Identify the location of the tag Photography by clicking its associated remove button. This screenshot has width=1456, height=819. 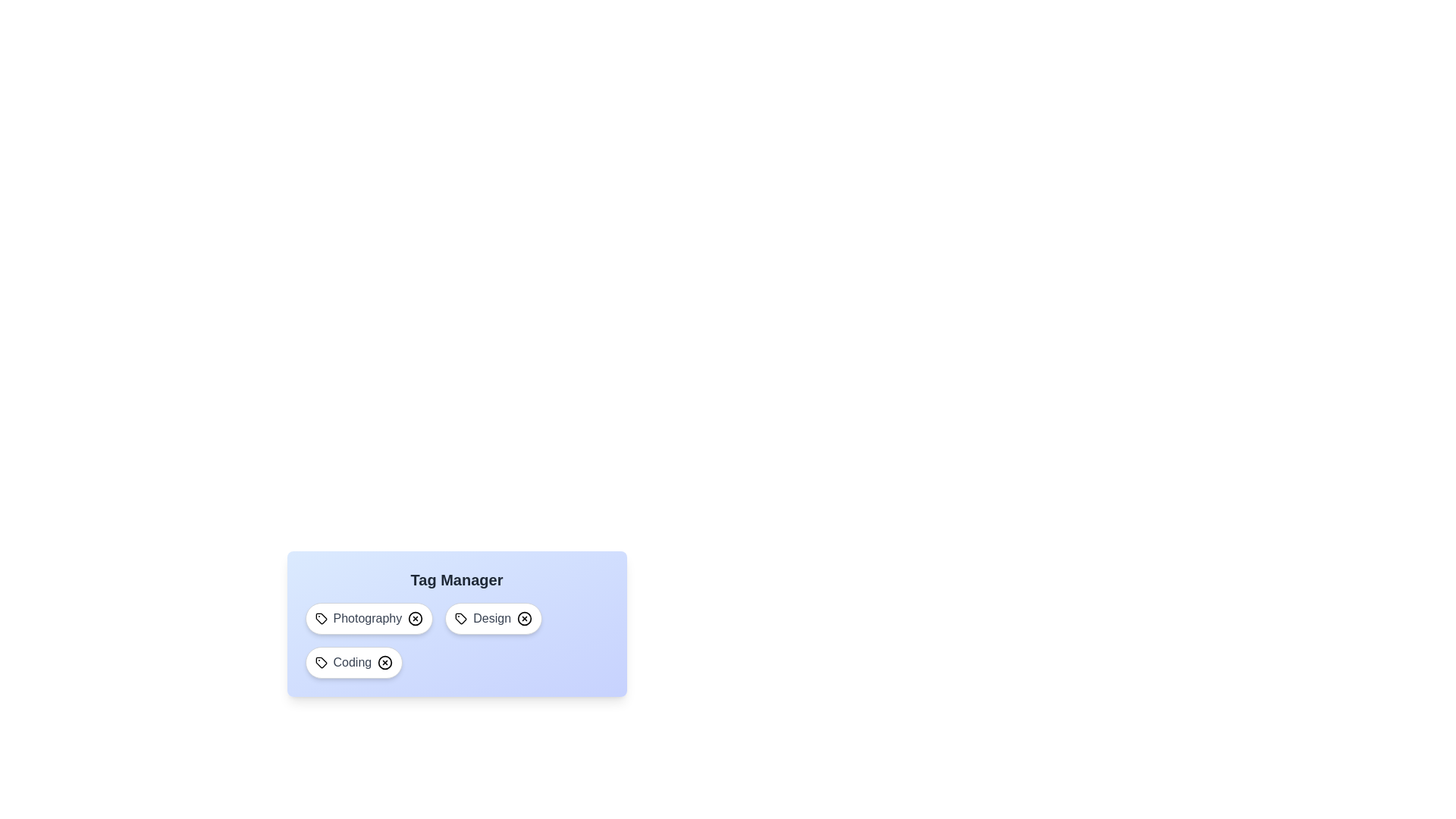
(416, 619).